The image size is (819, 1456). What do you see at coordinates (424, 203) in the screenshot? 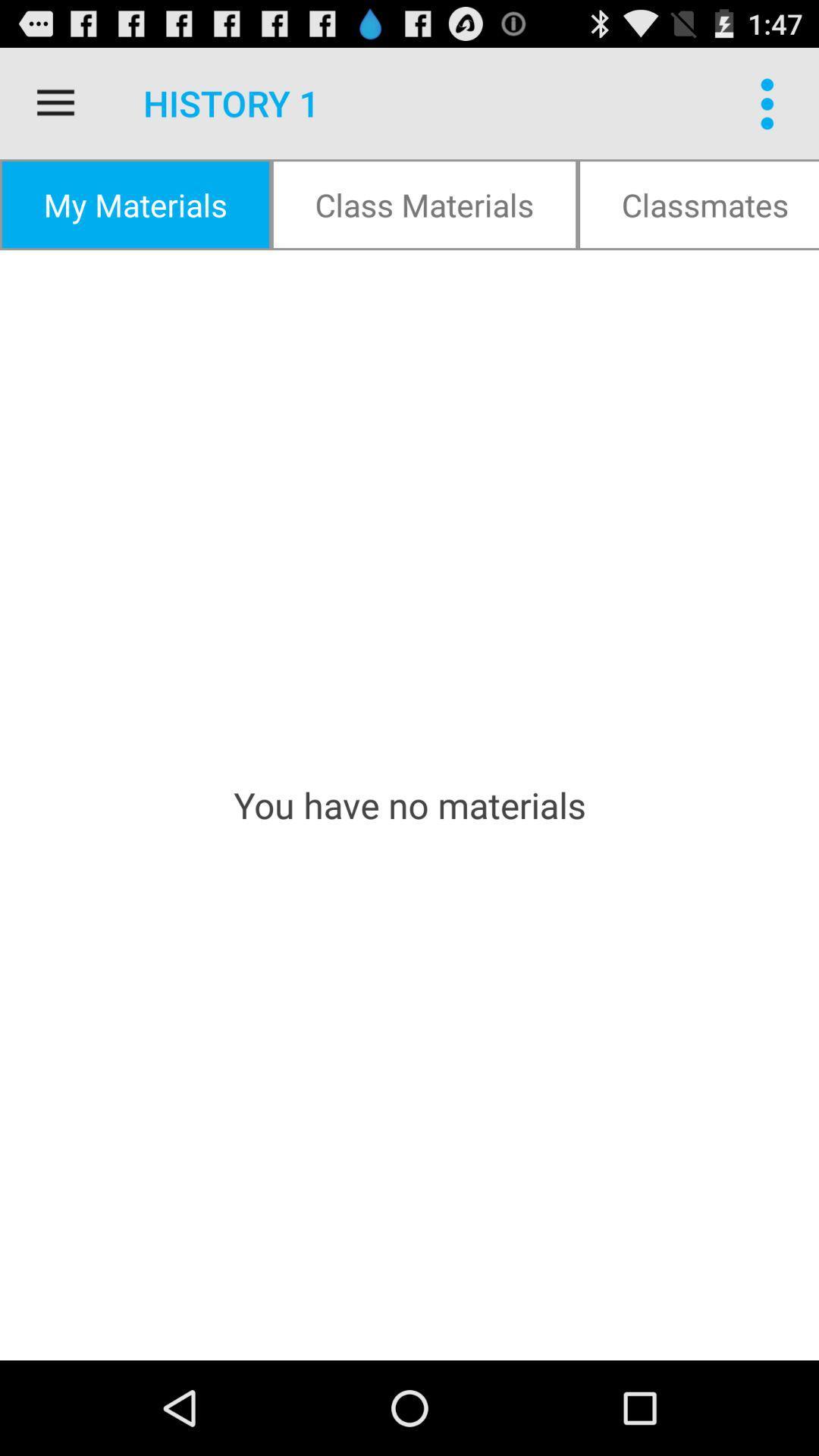
I see `the item next to the my materials icon` at bounding box center [424, 203].